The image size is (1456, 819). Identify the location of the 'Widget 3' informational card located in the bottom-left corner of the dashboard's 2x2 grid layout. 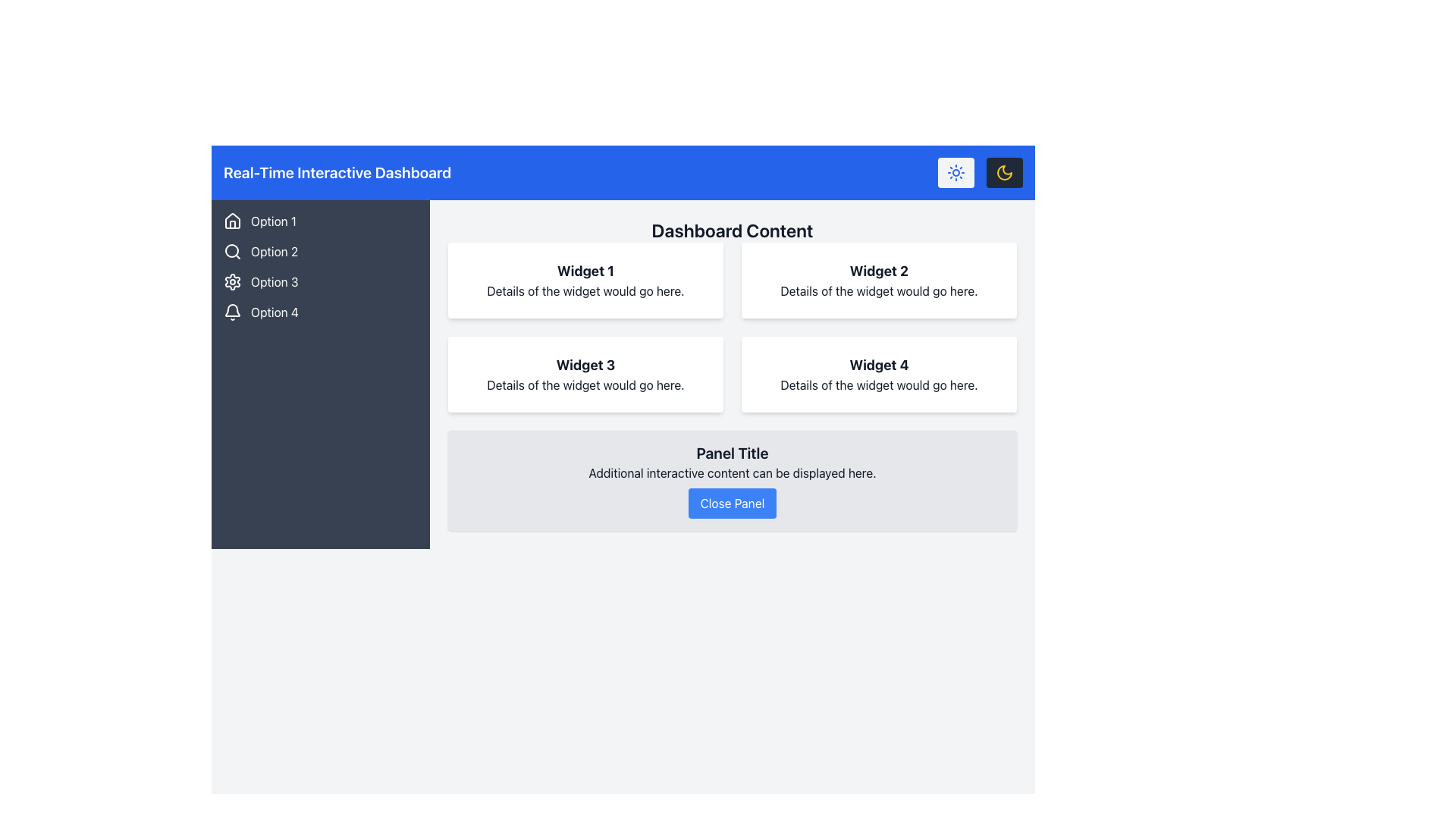
(585, 374).